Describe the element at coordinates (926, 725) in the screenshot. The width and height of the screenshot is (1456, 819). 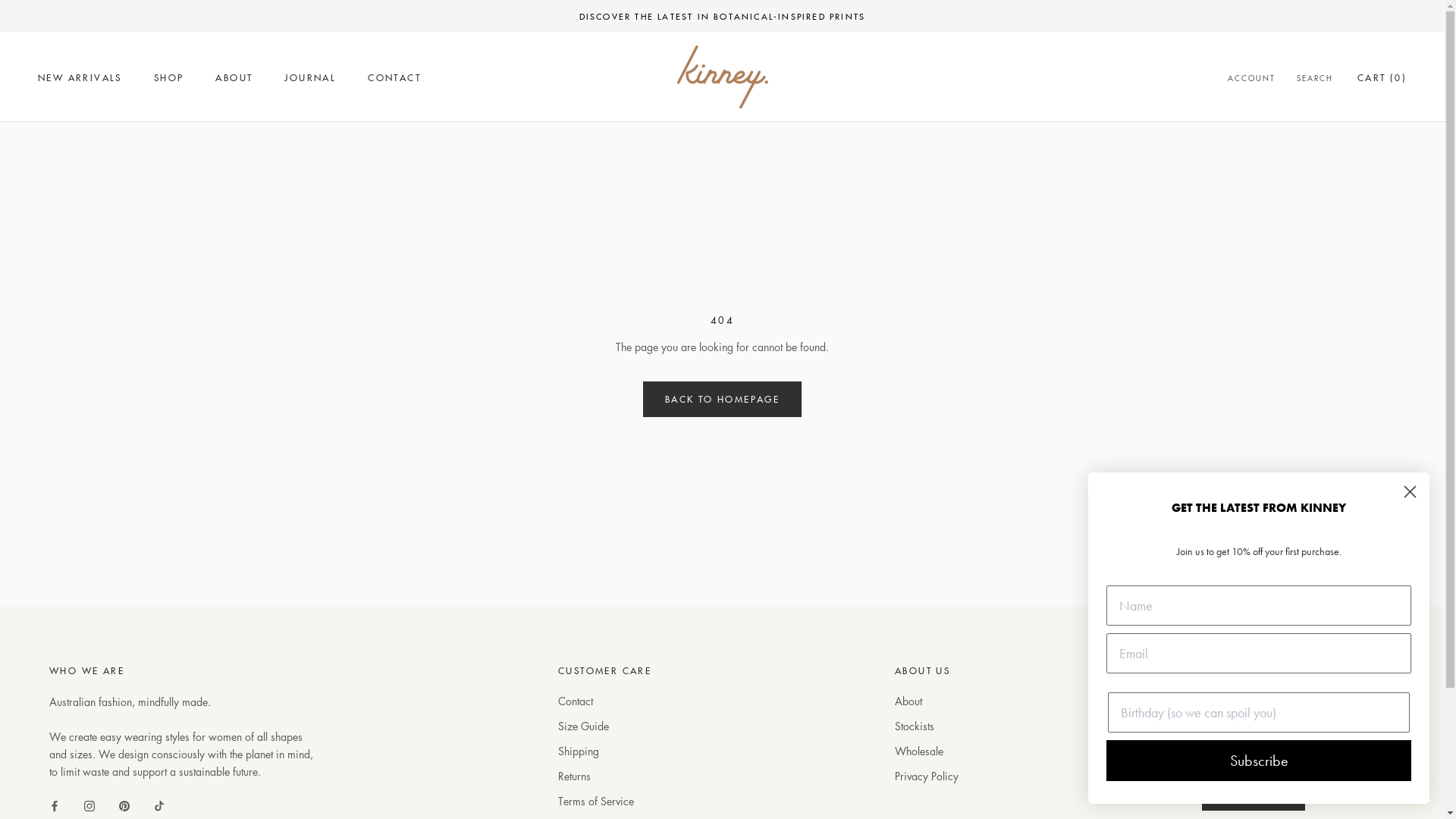
I see `'Stockists'` at that location.